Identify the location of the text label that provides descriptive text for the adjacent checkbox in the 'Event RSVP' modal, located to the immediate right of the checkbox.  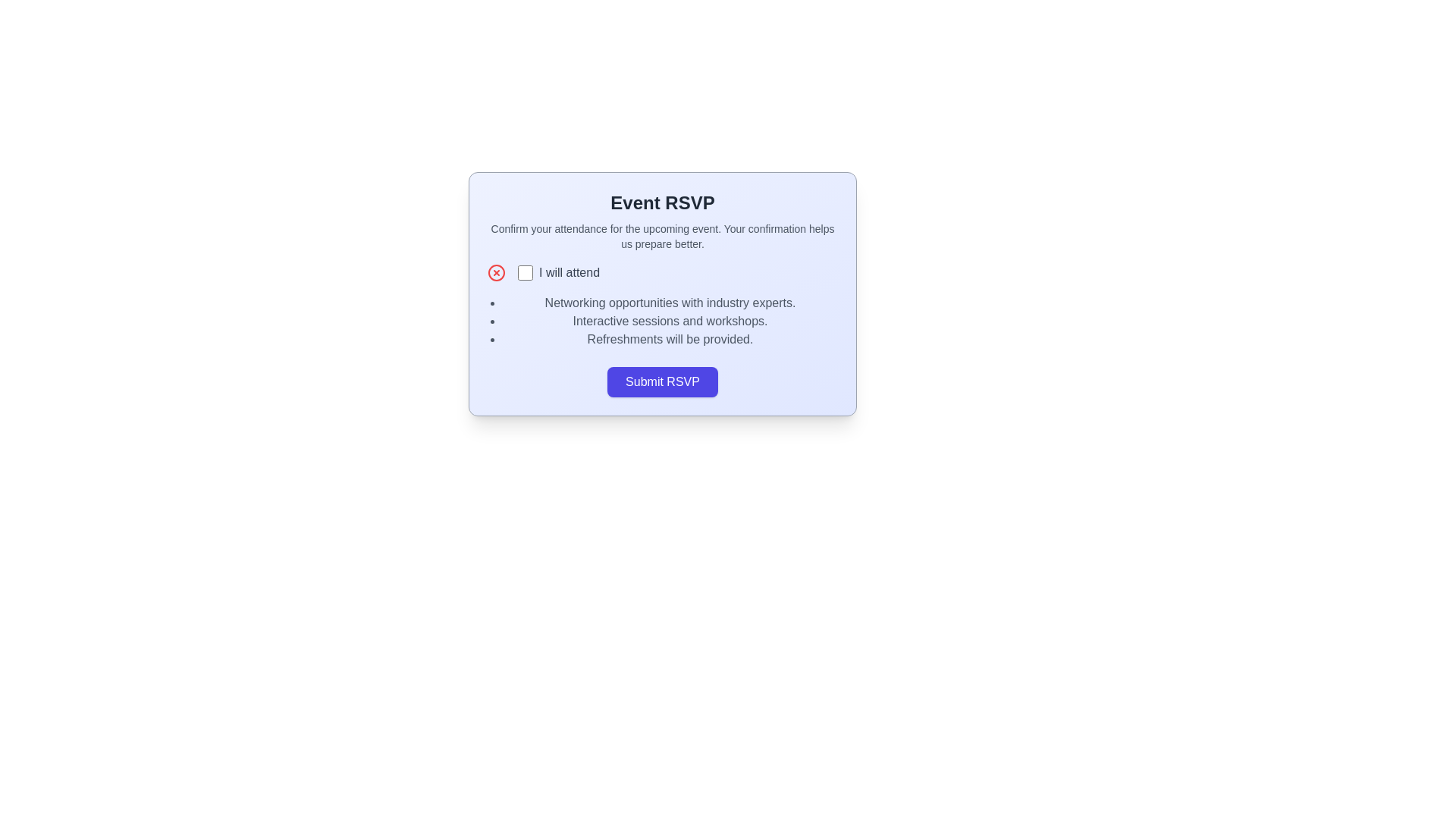
(569, 271).